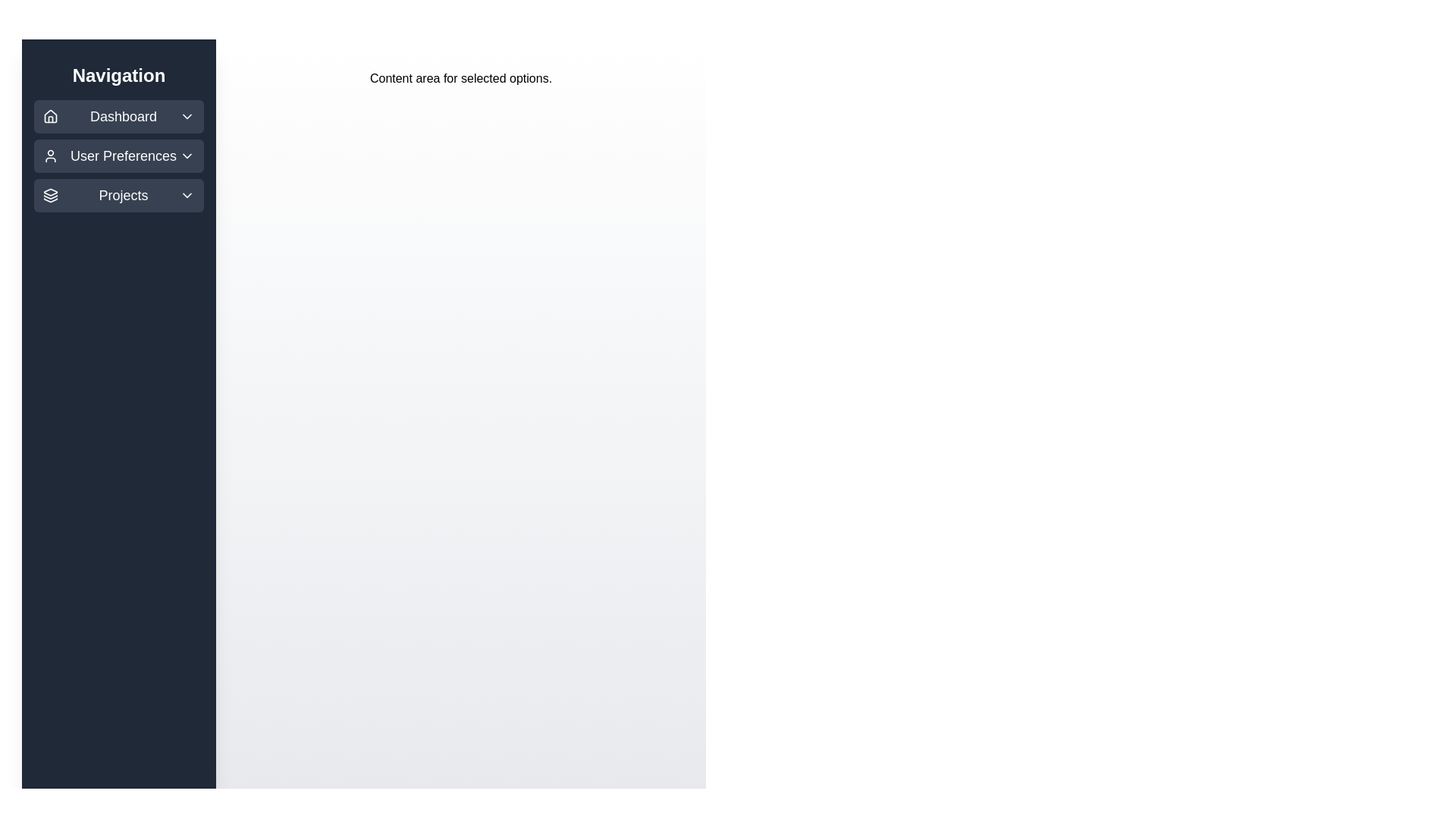 This screenshot has height=819, width=1456. I want to click on the static text header reading 'Navigation' that is styled with white text on a dark background, located at the top of a sidebar panel, so click(118, 76).